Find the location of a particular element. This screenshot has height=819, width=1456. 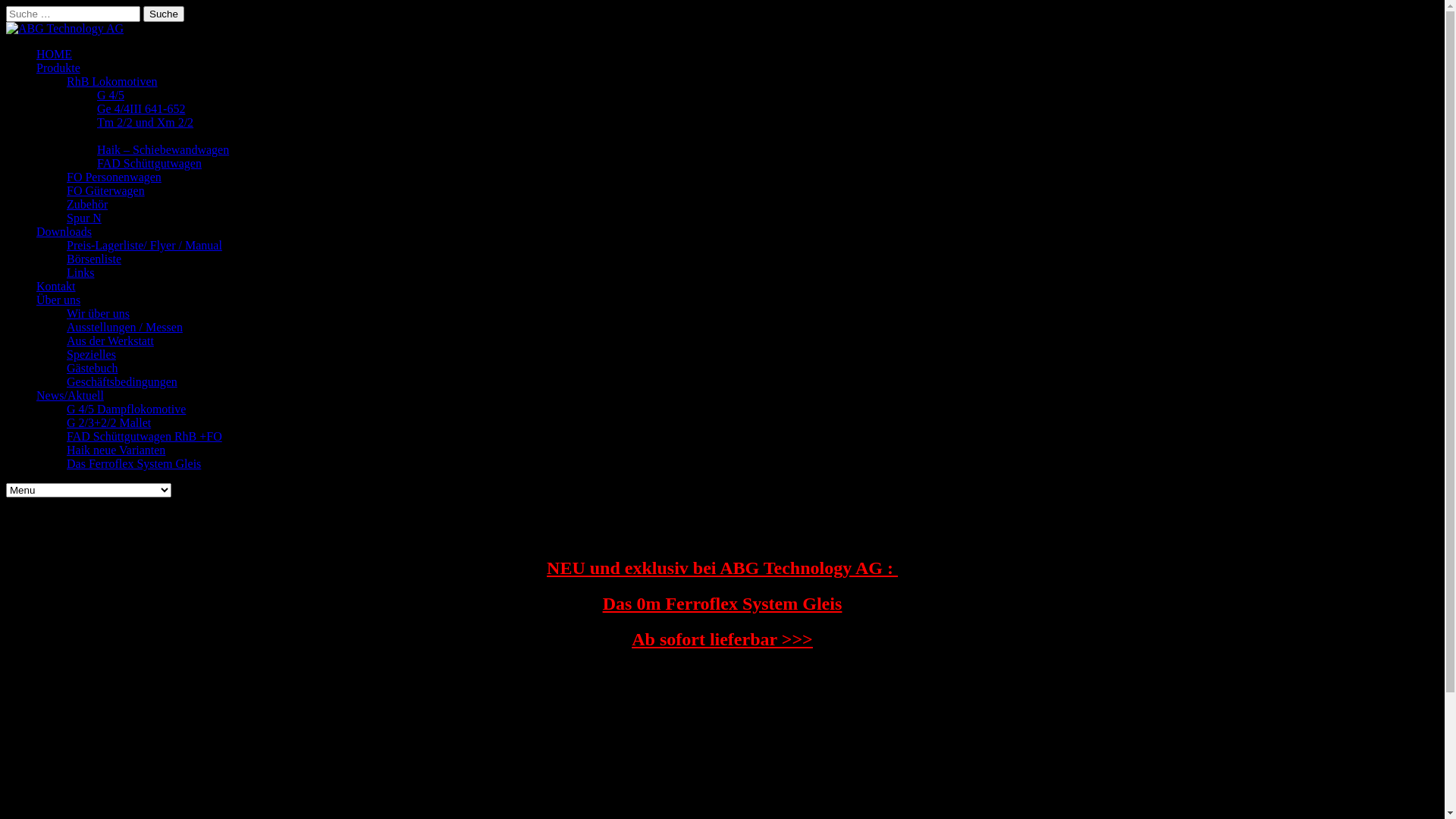

'RhB Lokomotiven' is located at coordinates (65, 81).